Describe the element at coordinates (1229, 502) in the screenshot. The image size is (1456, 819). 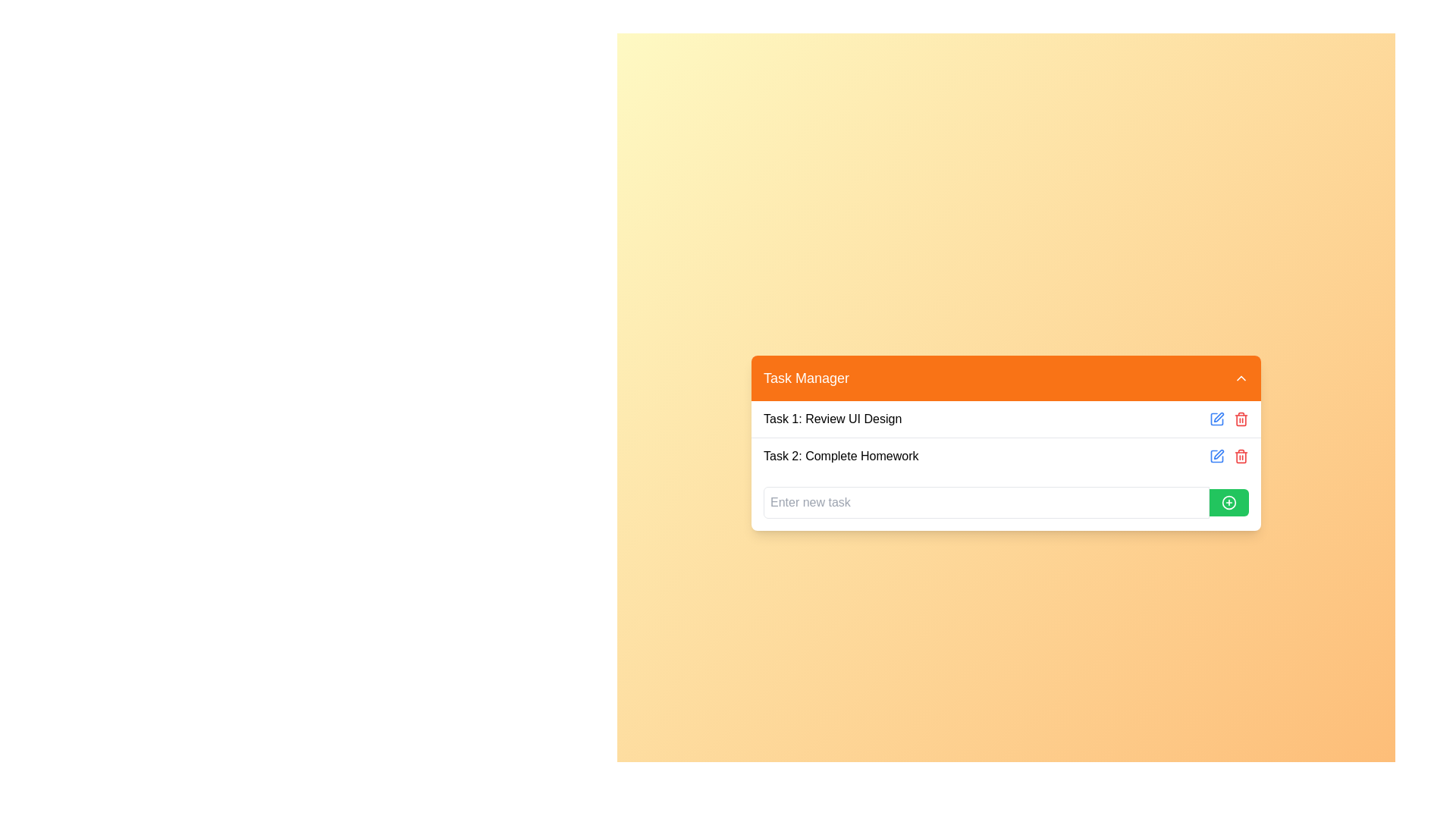
I see `the green rectangular button with a white plus symbol in the bottom-right corner` at that location.